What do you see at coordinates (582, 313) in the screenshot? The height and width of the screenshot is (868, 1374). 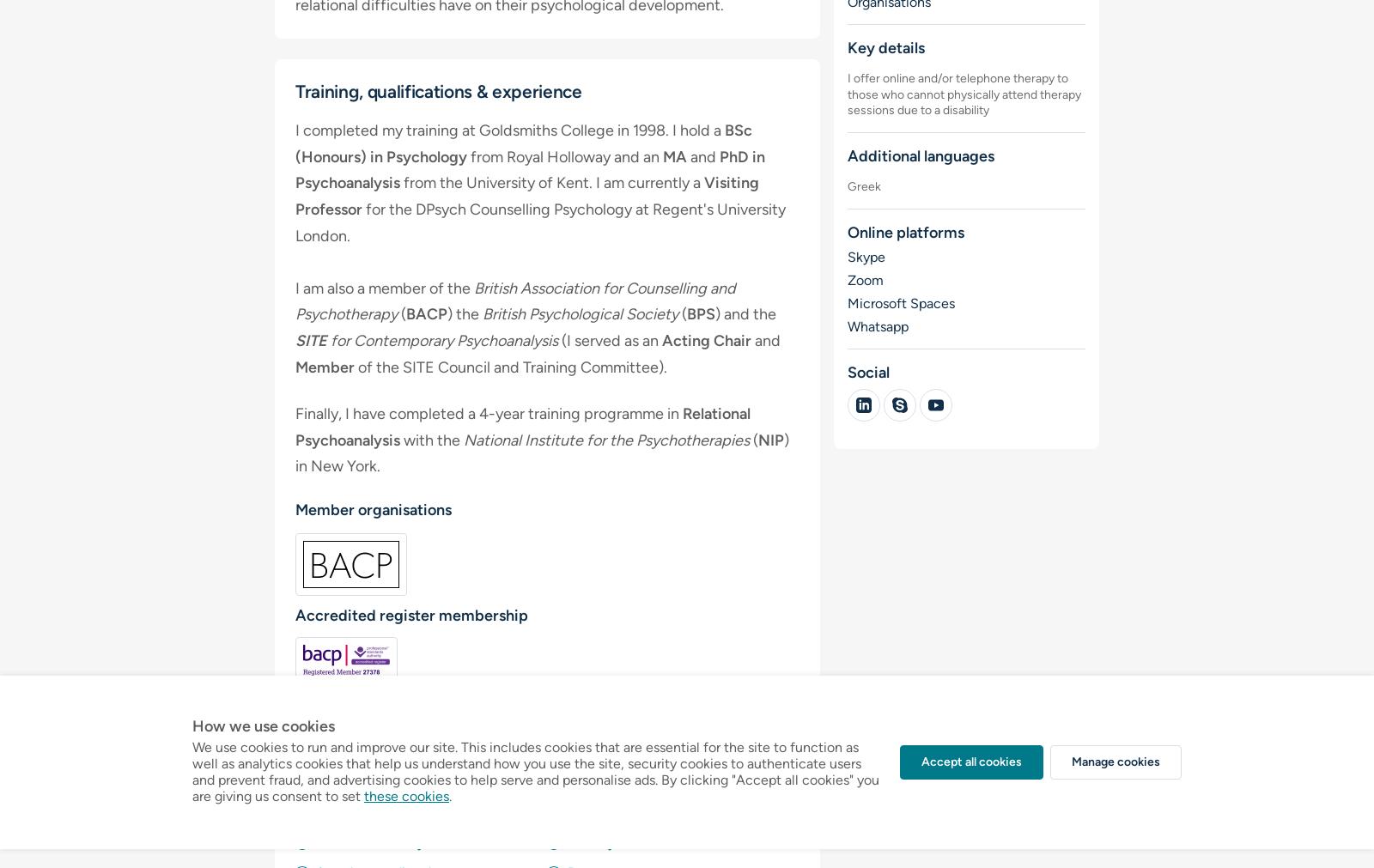 I see `'British Psychological Society'` at bounding box center [582, 313].